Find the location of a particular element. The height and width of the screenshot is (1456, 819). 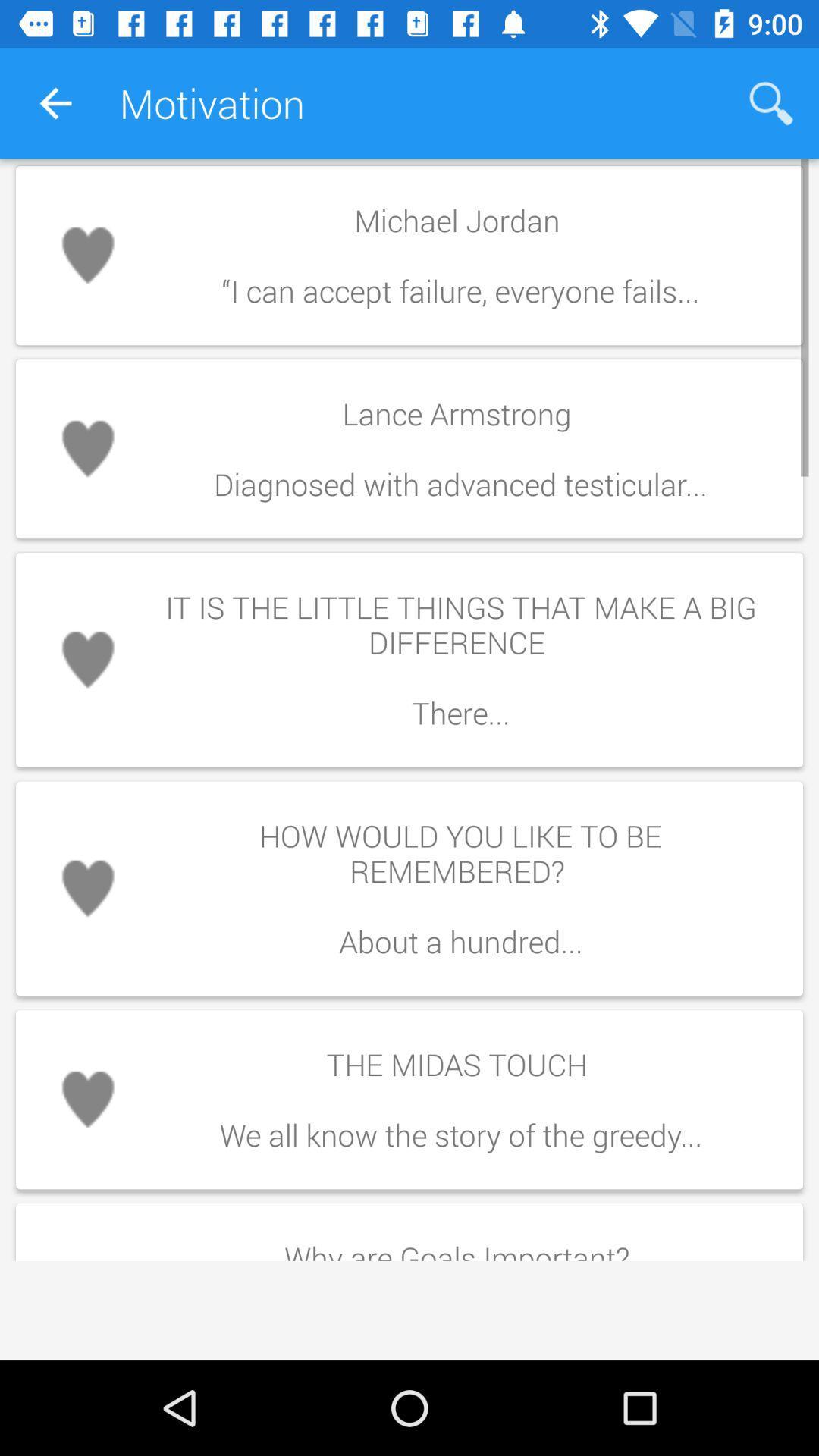

first heart symbol from top is located at coordinates (87, 255).